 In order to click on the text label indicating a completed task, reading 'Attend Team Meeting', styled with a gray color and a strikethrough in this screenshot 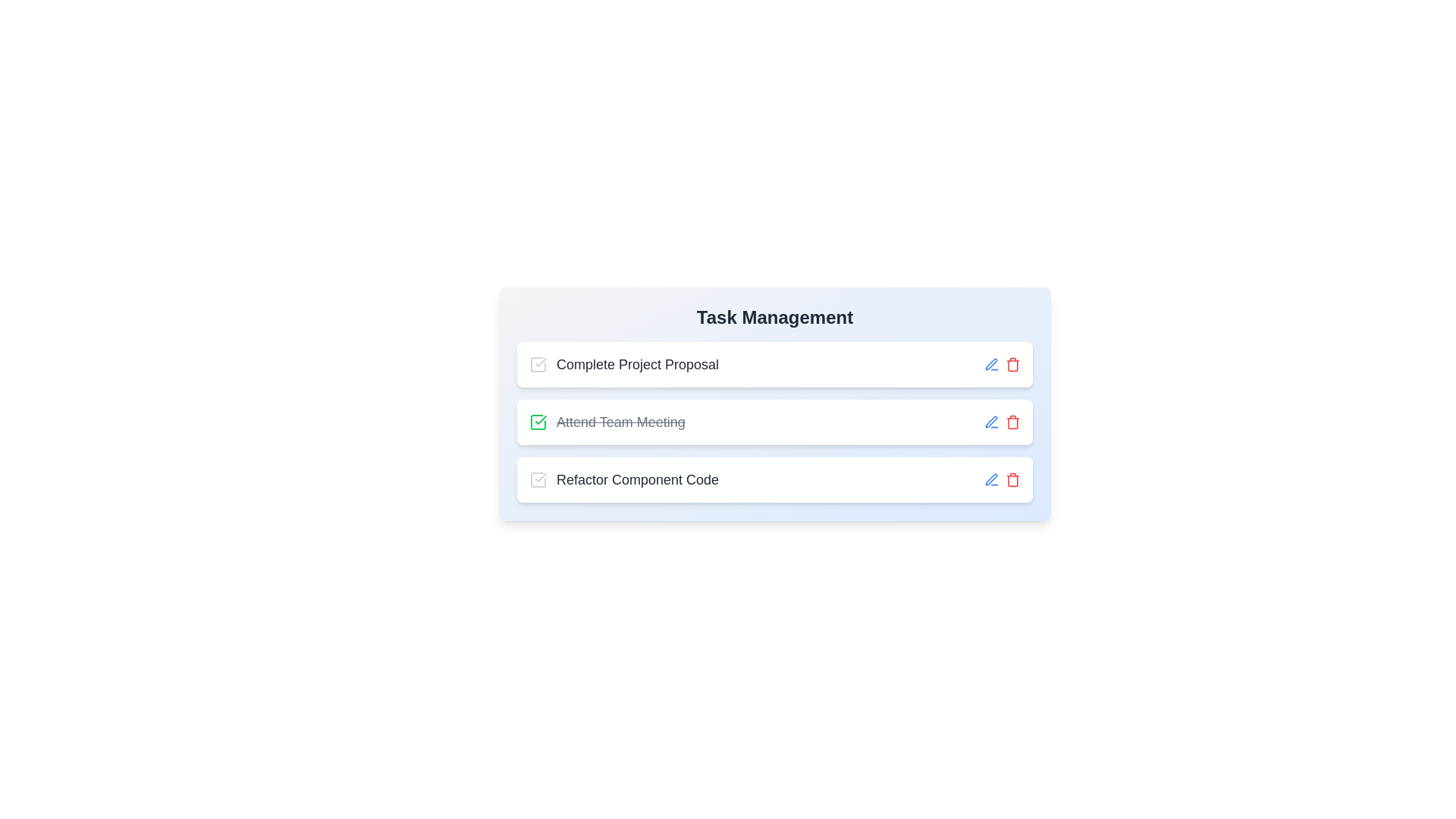, I will do `click(620, 422)`.